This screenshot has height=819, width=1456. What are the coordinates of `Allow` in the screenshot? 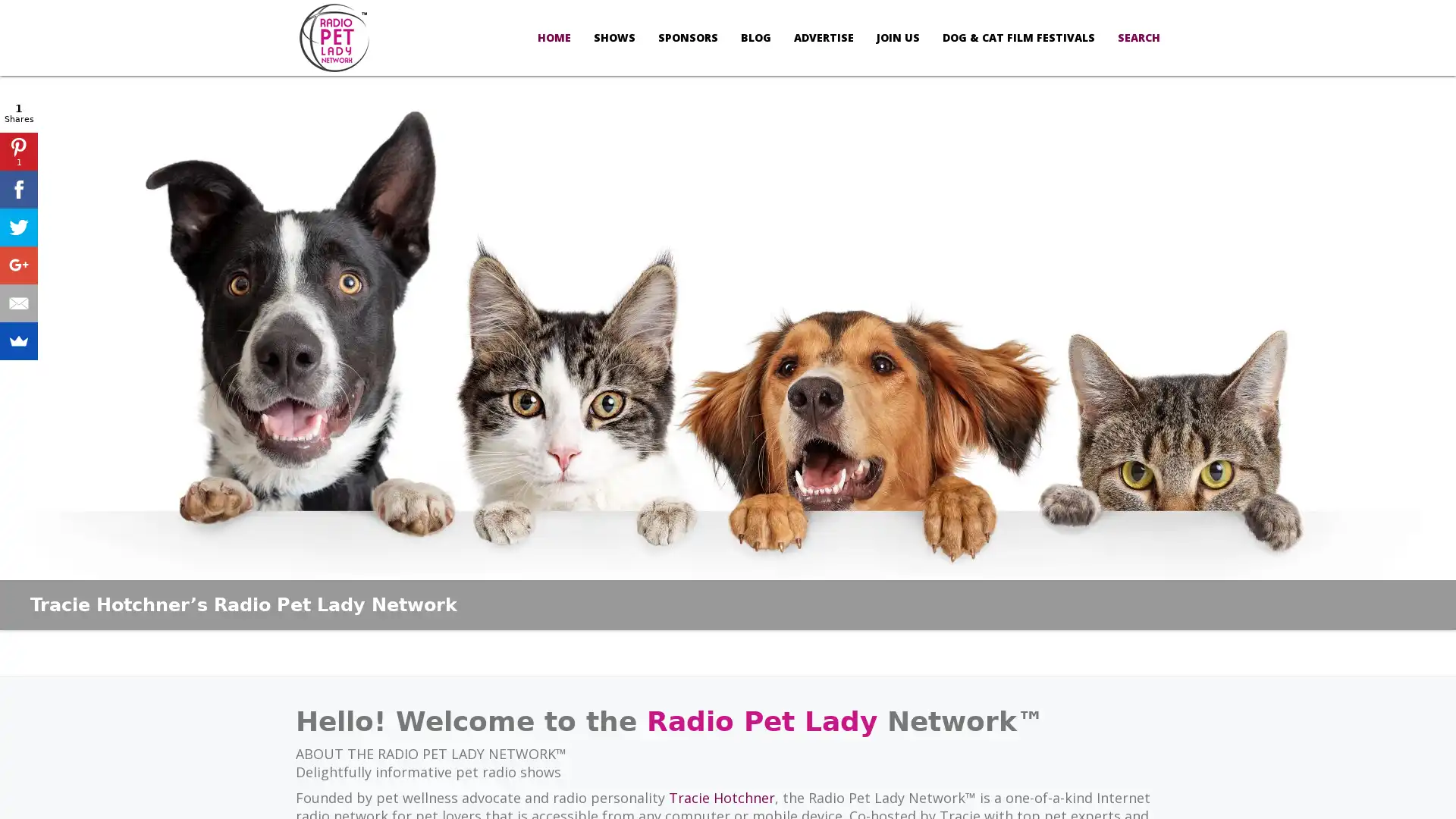 It's located at (837, 87).